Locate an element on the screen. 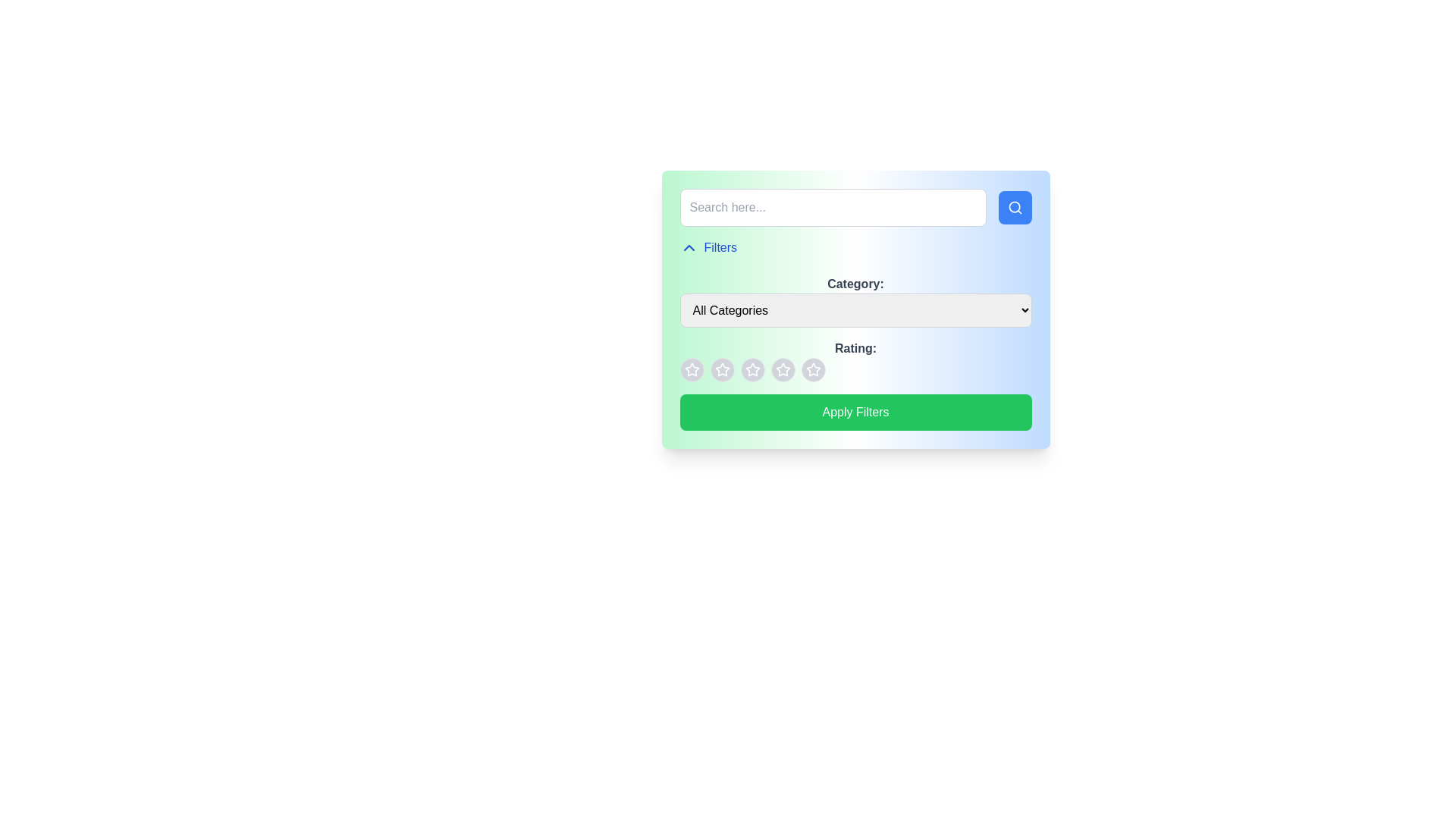 Image resolution: width=1456 pixels, height=819 pixels. the text label that serves as a header for the star rating selection interface, positioned under 'Category:' and above the star-based rating selector is located at coordinates (855, 360).